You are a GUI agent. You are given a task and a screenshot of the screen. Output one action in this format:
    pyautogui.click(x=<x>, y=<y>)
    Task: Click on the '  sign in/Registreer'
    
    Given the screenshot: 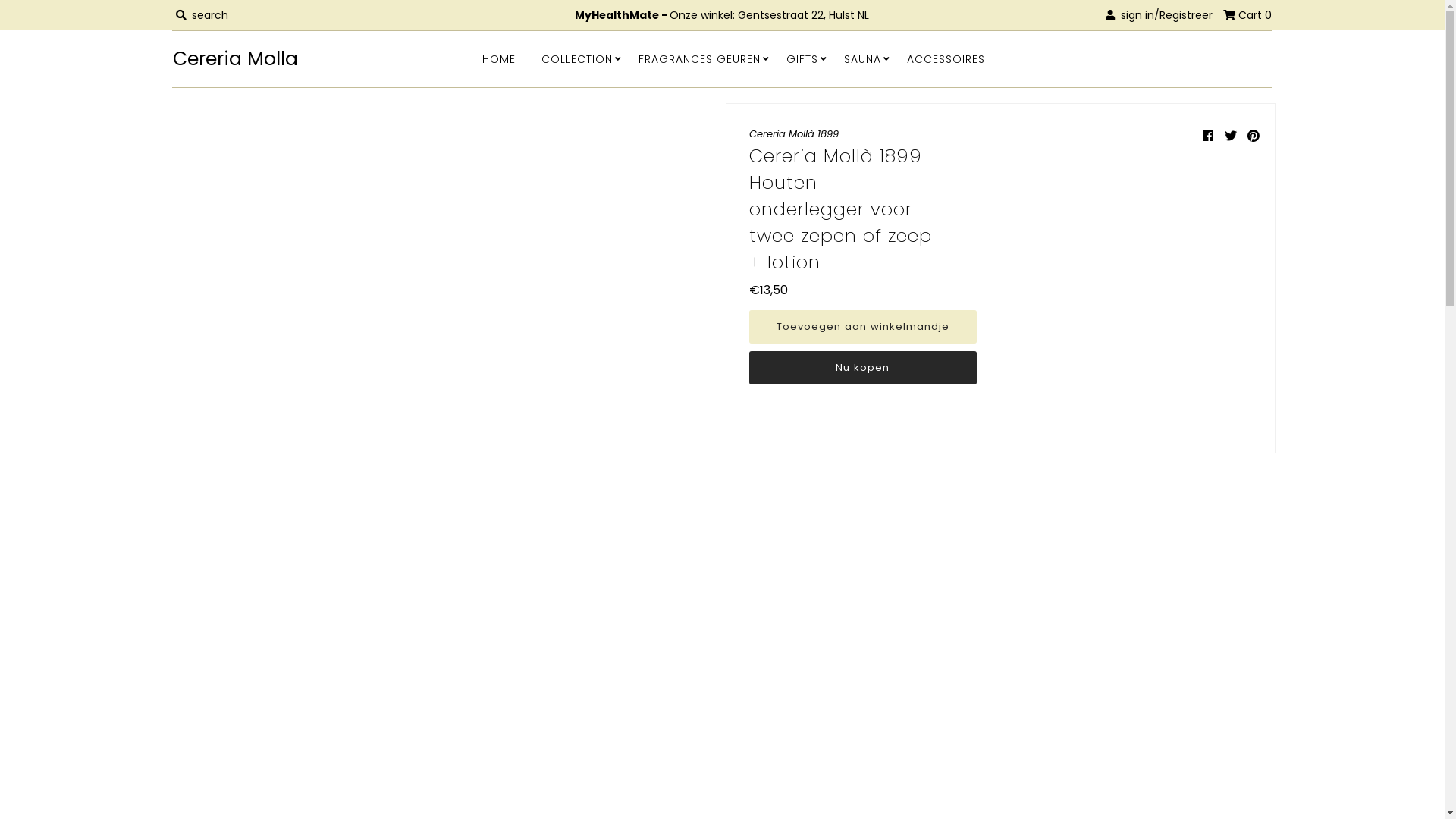 What is the action you would take?
    pyautogui.click(x=1106, y=14)
    